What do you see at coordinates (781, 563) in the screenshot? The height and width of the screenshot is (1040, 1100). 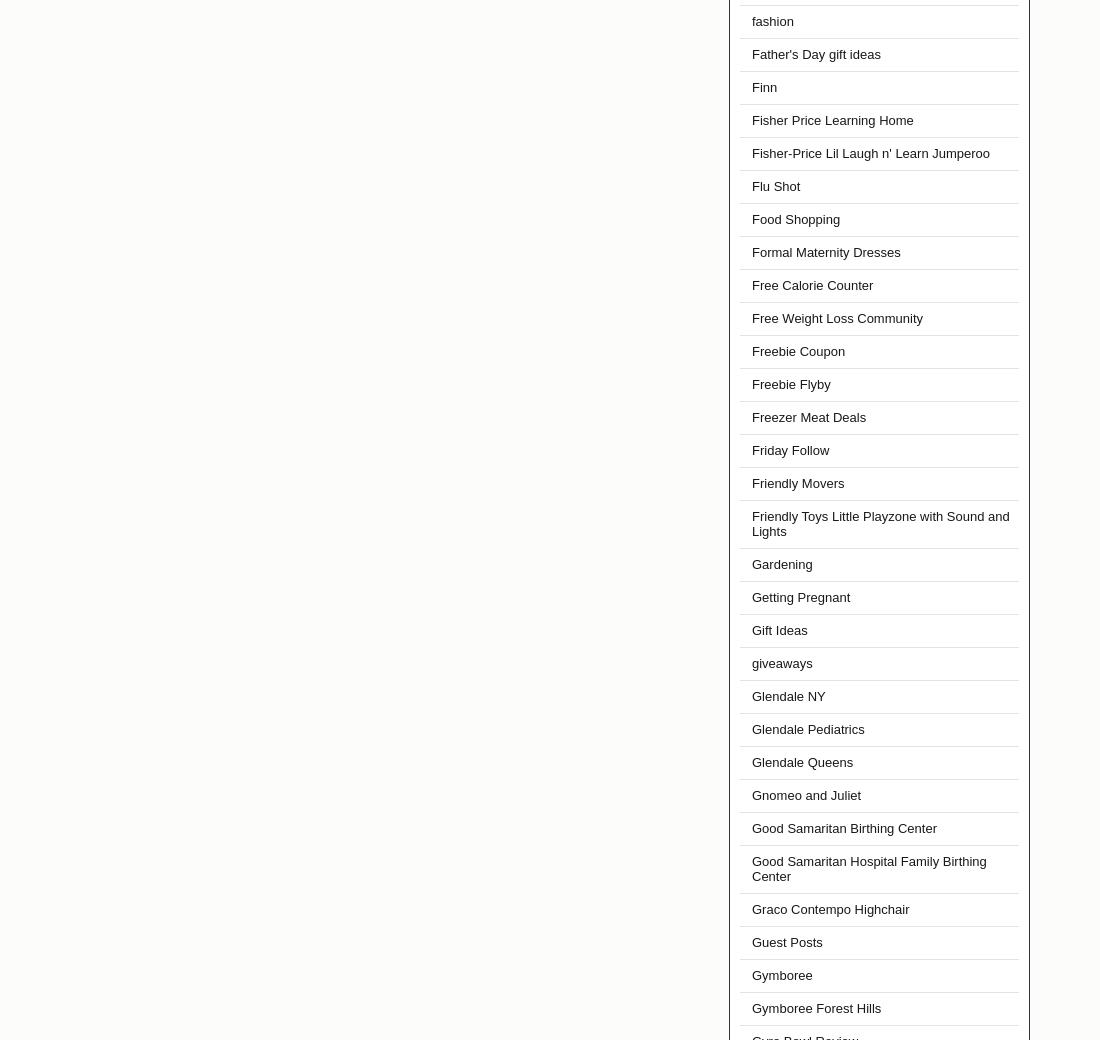 I see `'Gardening'` at bounding box center [781, 563].